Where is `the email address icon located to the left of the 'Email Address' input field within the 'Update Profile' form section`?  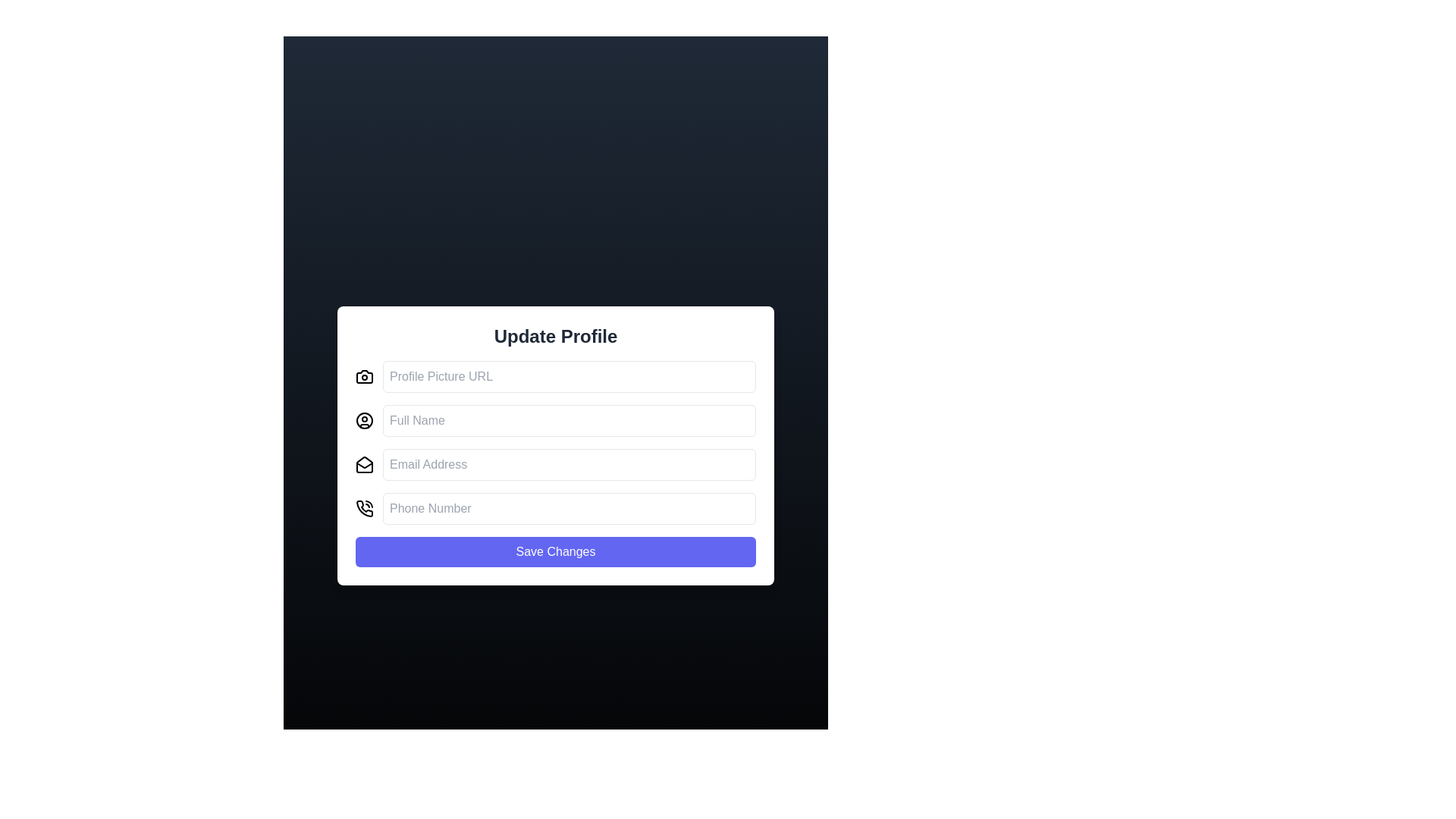
the email address icon located to the left of the 'Email Address' input field within the 'Update Profile' form section is located at coordinates (364, 464).